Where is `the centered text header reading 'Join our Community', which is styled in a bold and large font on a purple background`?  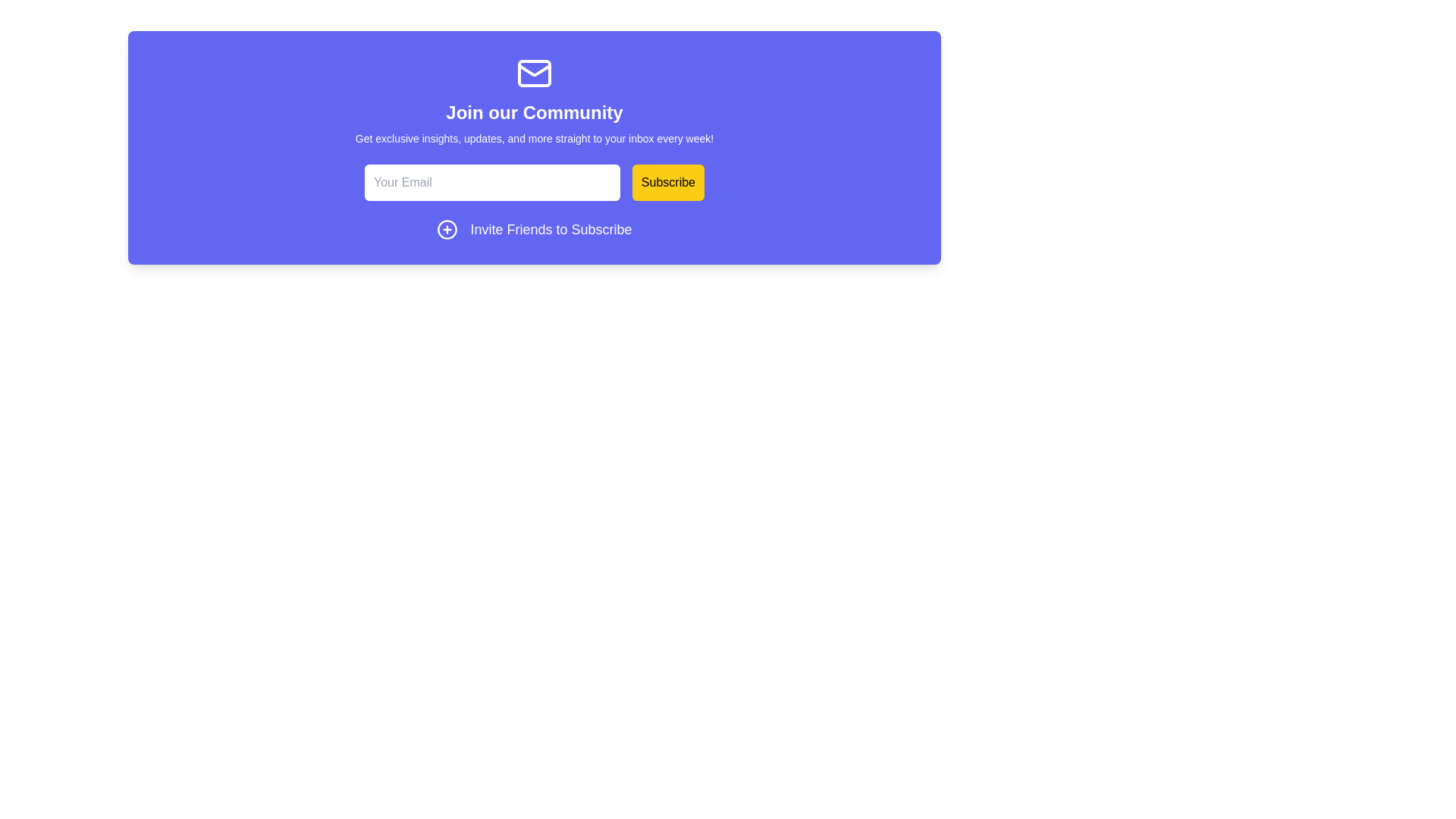
the centered text header reading 'Join our Community', which is styled in a bold and large font on a purple background is located at coordinates (535, 112).